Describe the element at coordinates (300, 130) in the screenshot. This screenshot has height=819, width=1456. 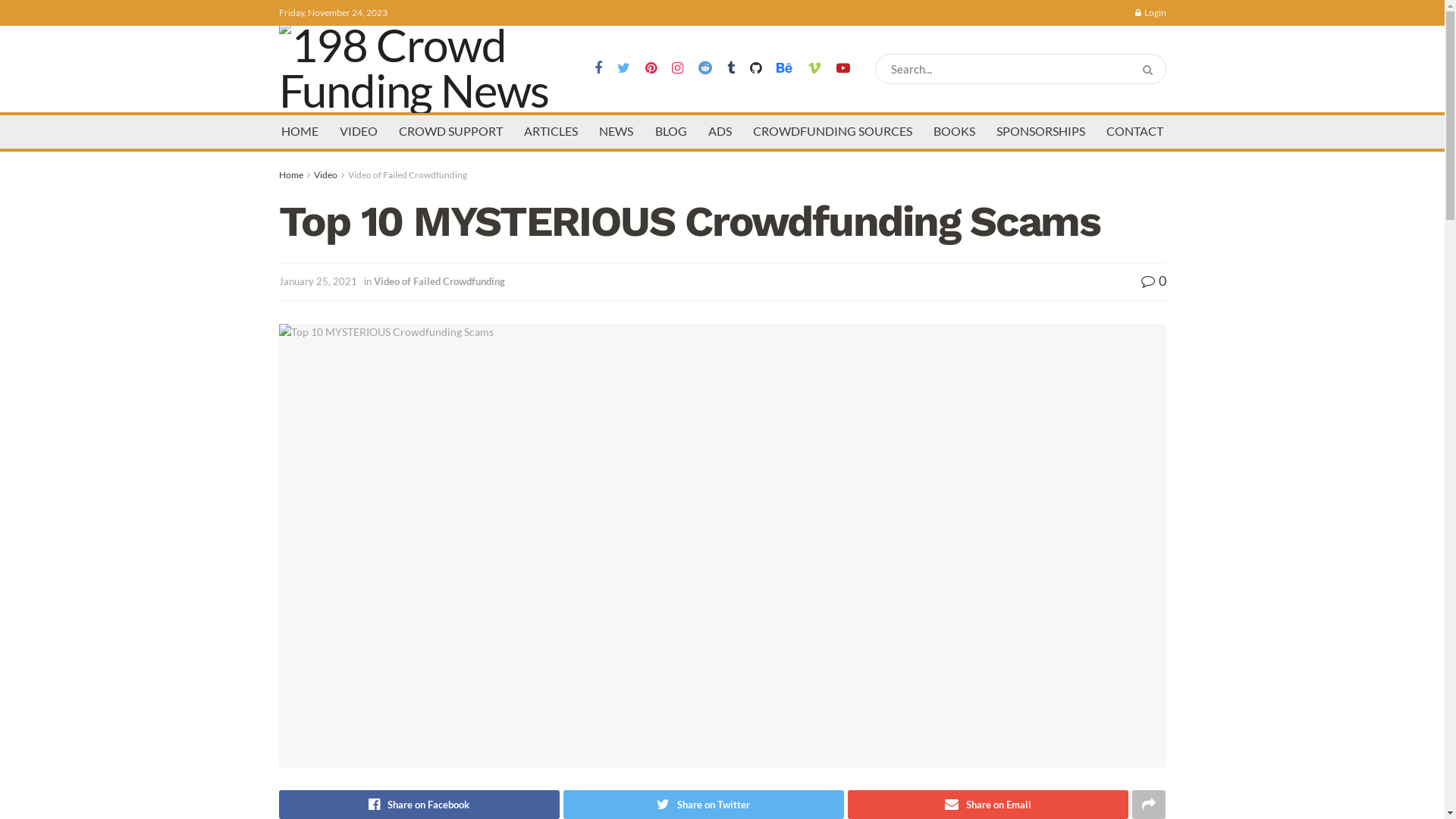
I see `'HOME'` at that location.